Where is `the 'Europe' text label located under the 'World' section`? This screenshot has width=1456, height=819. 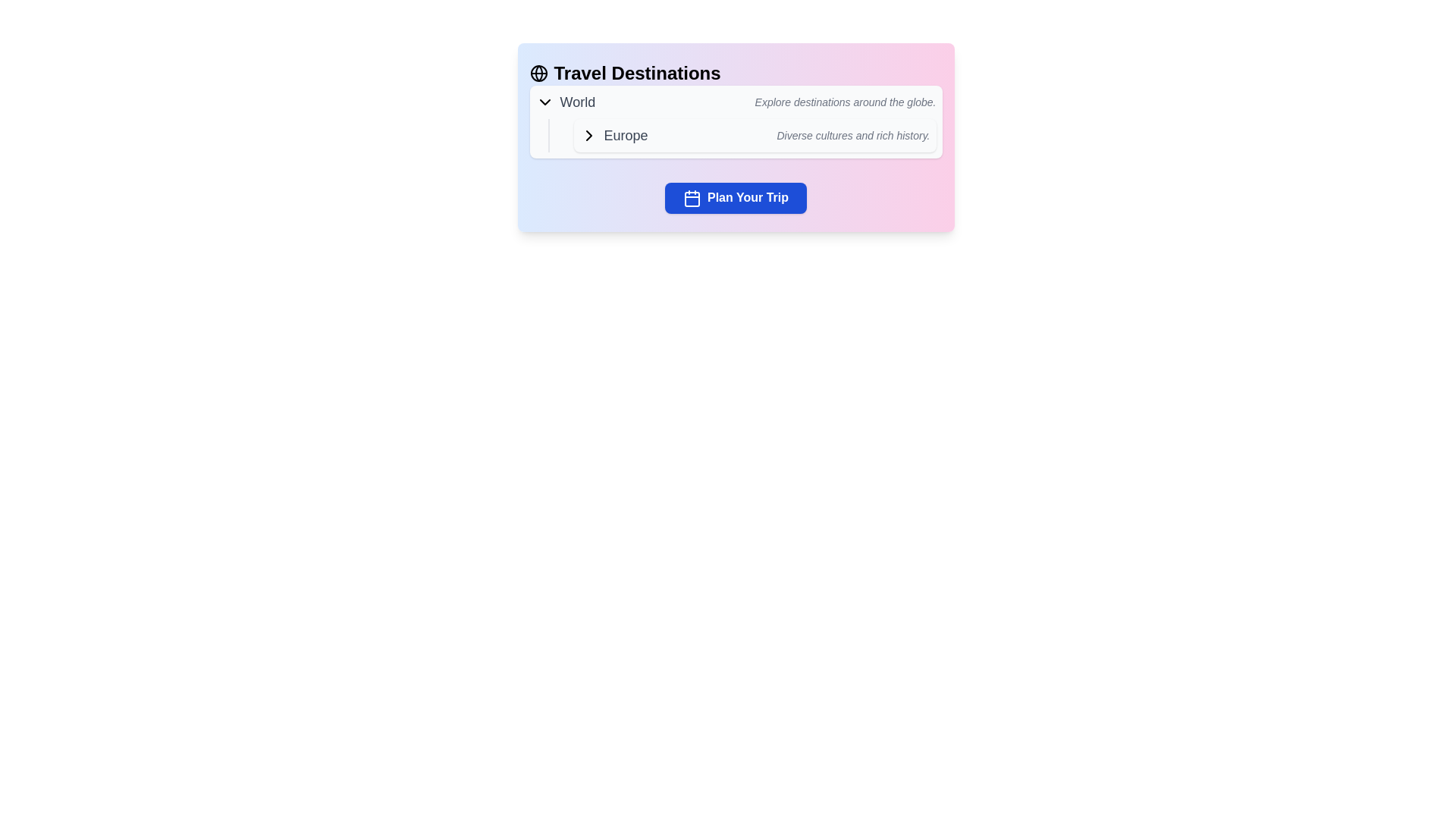
the 'Europe' text label located under the 'World' section is located at coordinates (626, 134).